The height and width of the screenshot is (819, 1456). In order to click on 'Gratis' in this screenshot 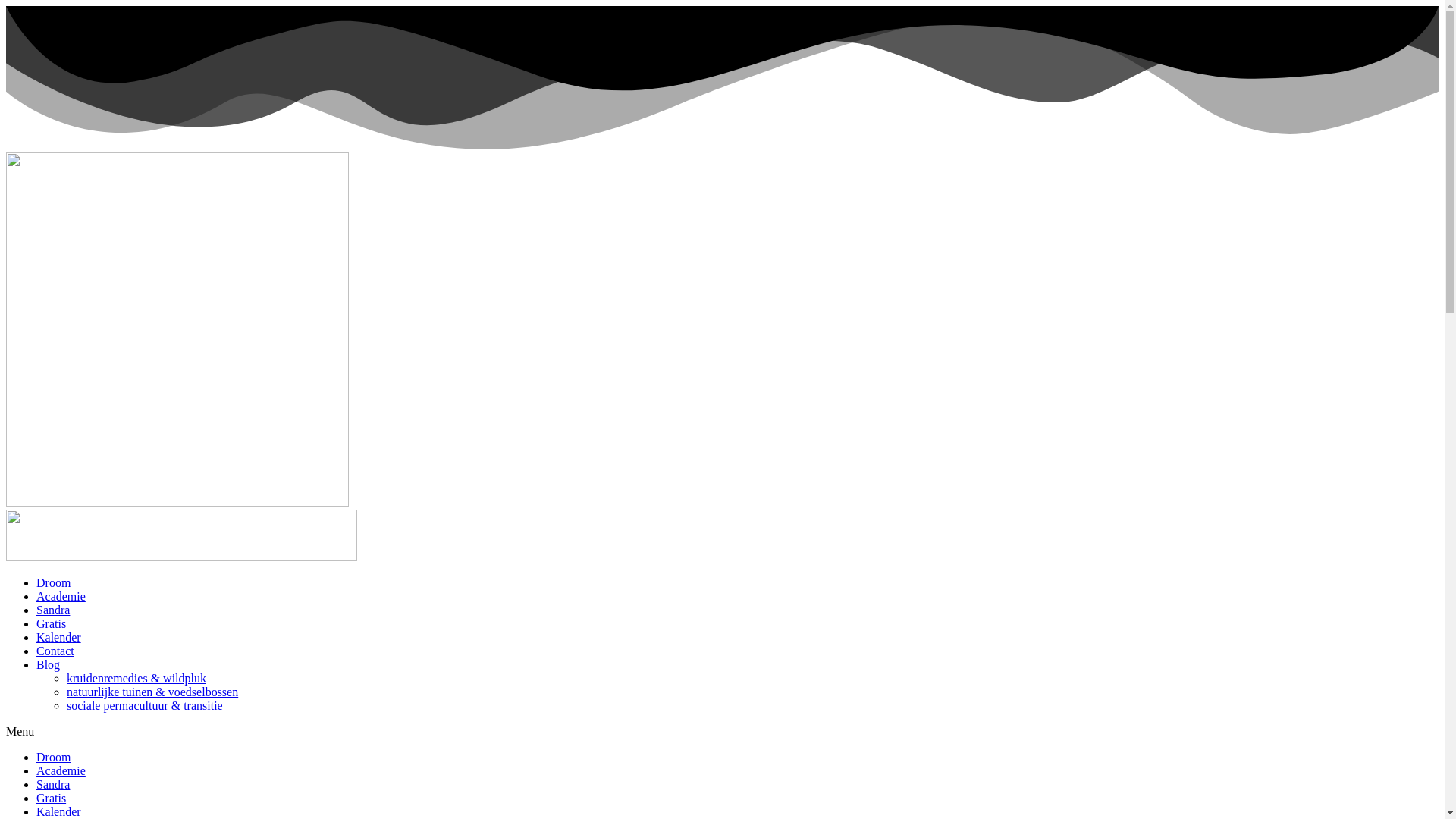, I will do `click(51, 623)`.